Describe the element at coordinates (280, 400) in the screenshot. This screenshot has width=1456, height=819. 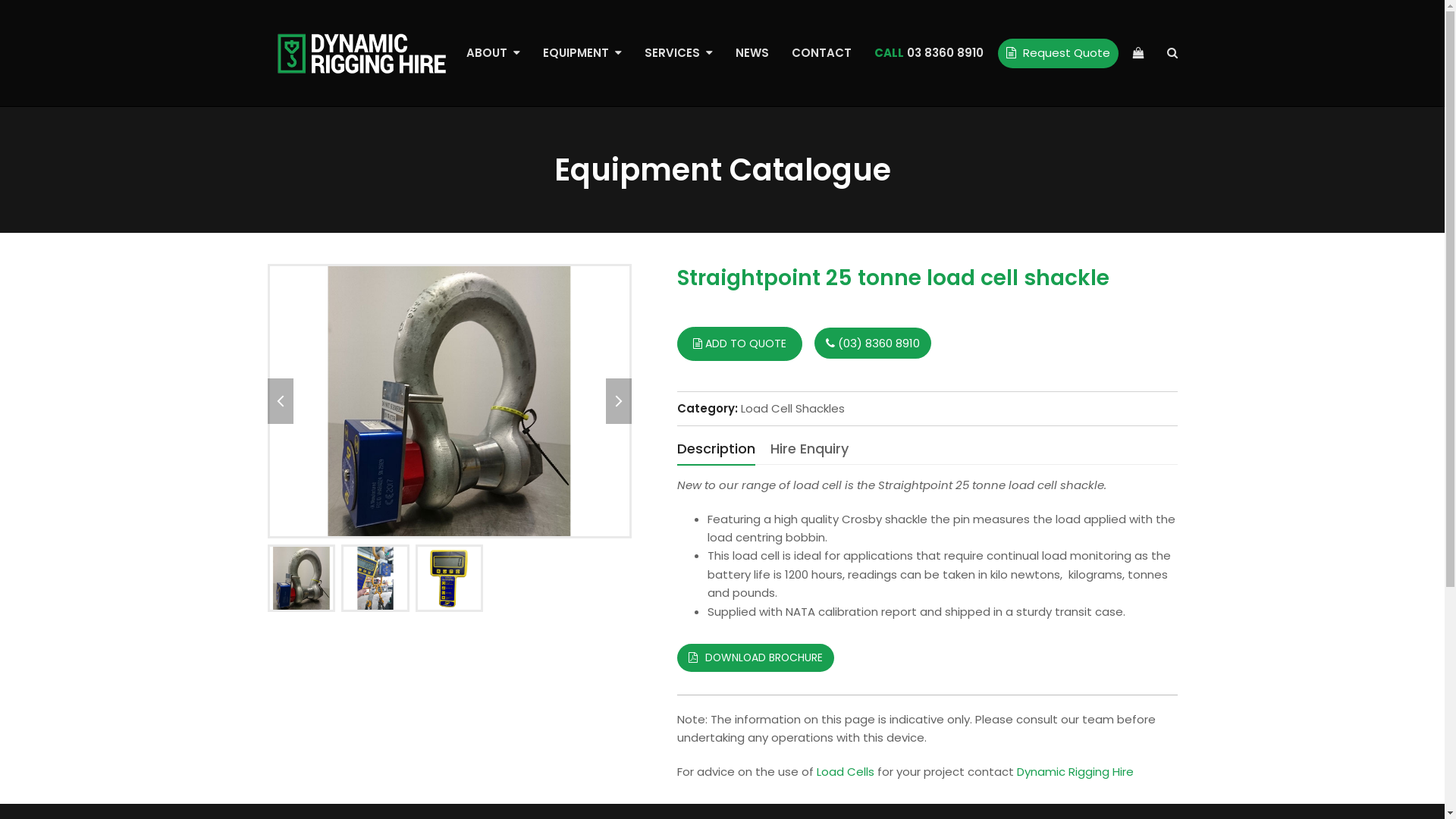
I see `'previous slide'` at that location.